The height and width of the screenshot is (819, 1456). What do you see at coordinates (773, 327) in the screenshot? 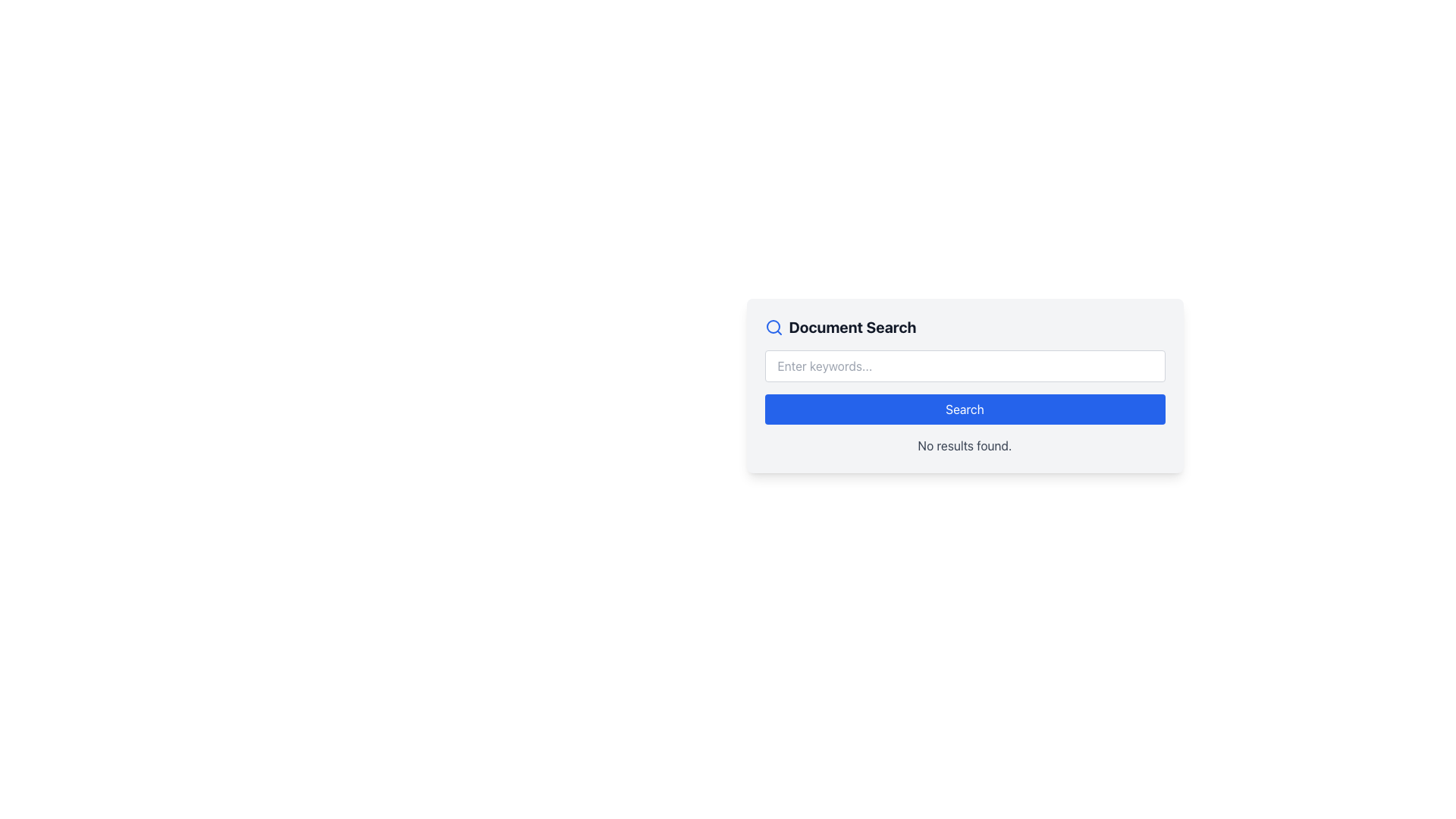
I see `the circular magnifying glass icon located to the left of the 'Document Search' text` at bounding box center [773, 327].